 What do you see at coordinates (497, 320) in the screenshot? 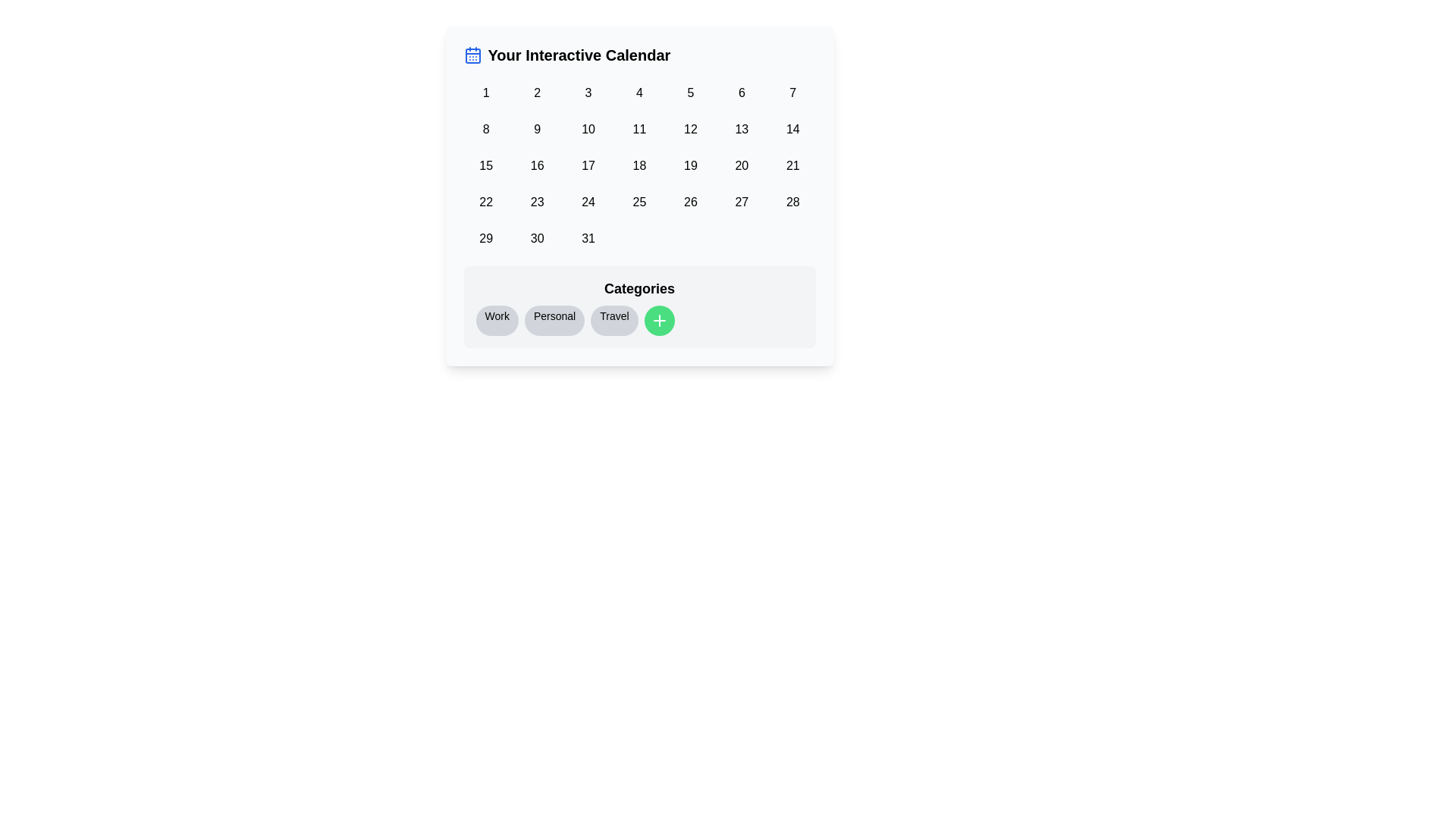
I see `the 'Work' label in the Categories section, which is the first item in a horizontal row of category buttons, located left of the 'Personal' and 'Travel' buttons and a green round button with a plus icon` at bounding box center [497, 320].